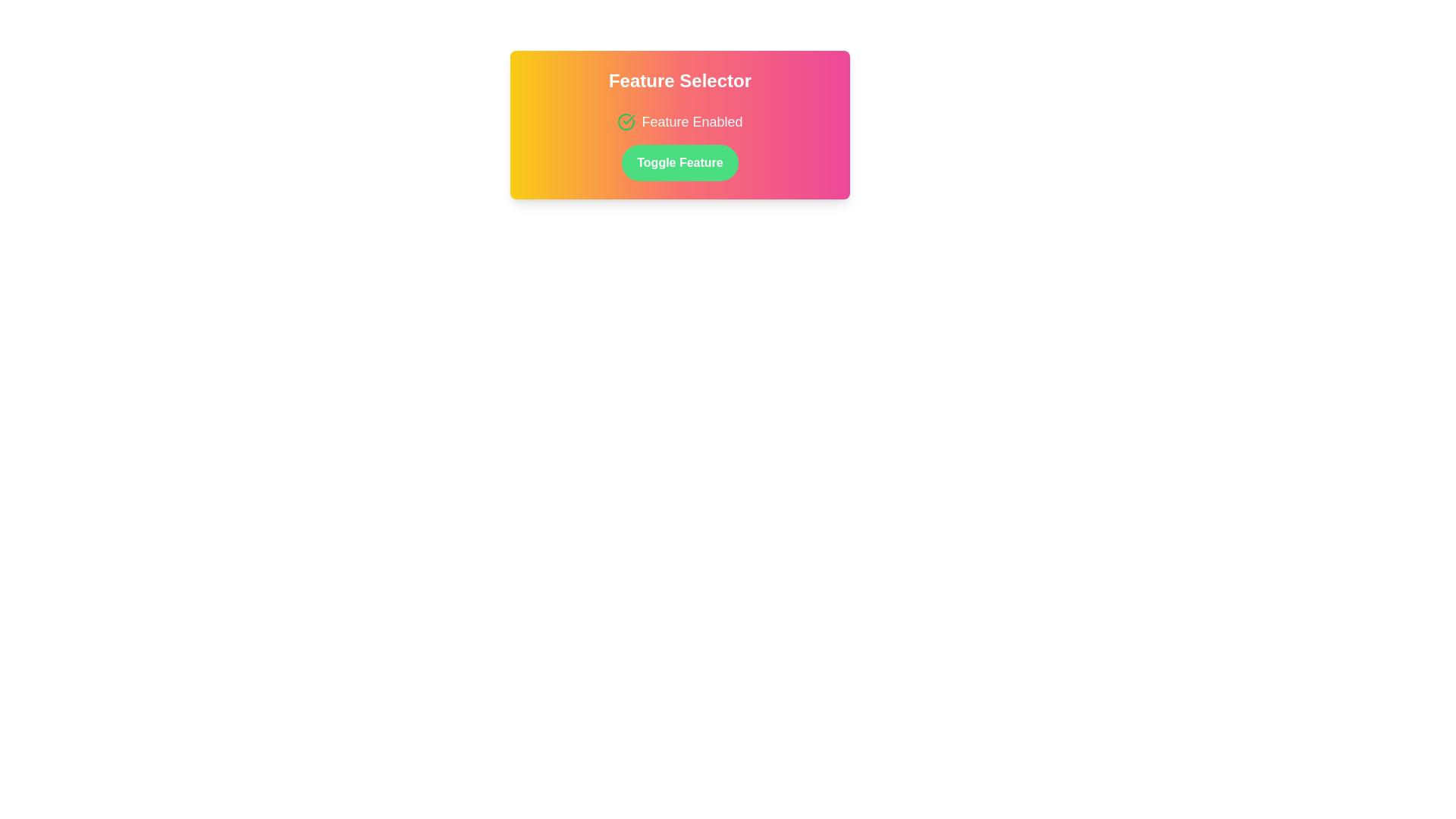 The width and height of the screenshot is (1456, 819). What do you see at coordinates (679, 121) in the screenshot?
I see `the informational label indicating that the feature is currently enabled, which is positioned below the title 'Feature Selector' and above the green button labeled 'Toggle Feature'` at bounding box center [679, 121].